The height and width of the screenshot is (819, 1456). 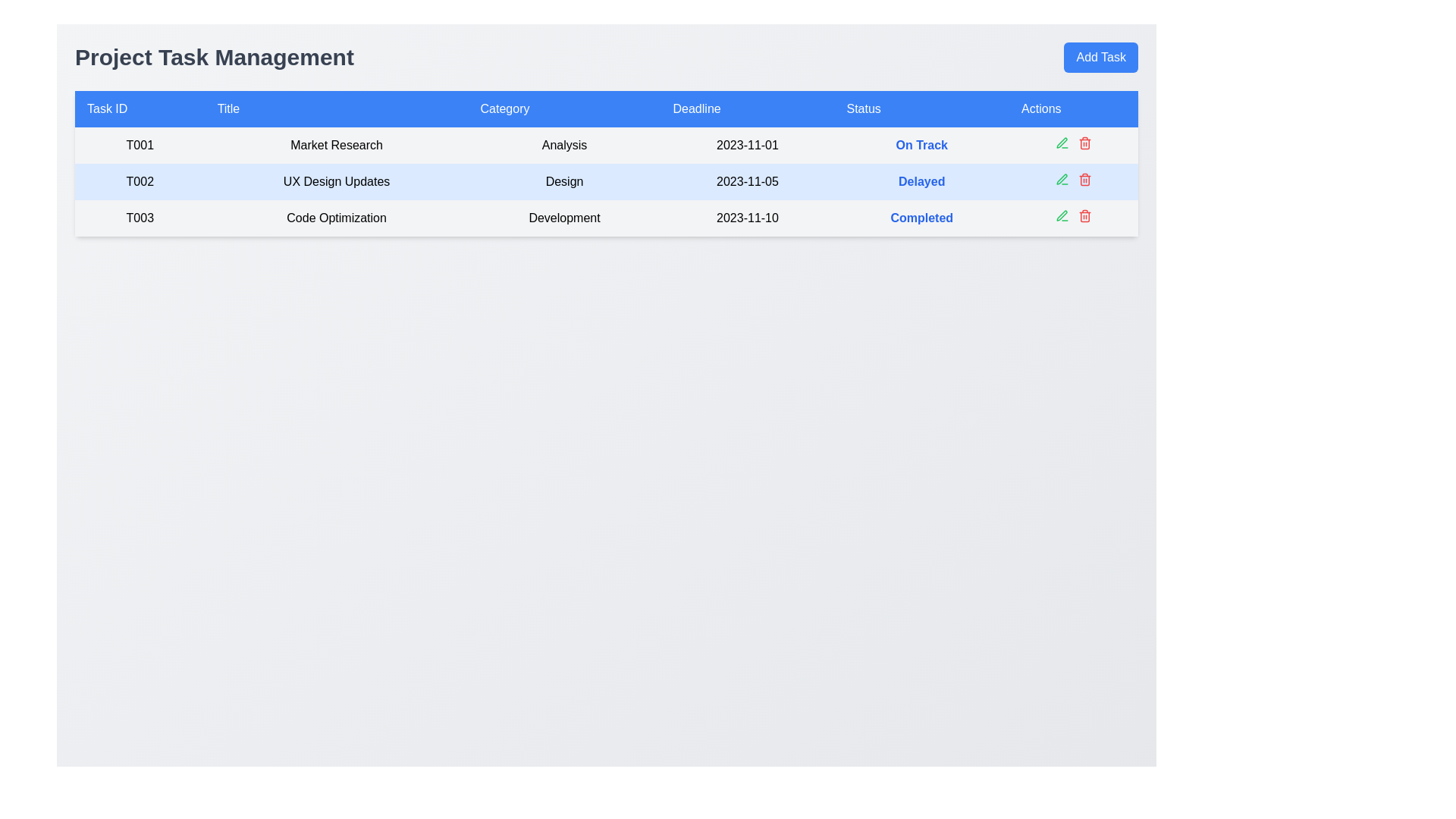 What do you see at coordinates (1084, 216) in the screenshot?
I see `the red trash icon button located in the rightmost section of the 'Actions' column for the task 'T003 - Code Optimization'` at bounding box center [1084, 216].